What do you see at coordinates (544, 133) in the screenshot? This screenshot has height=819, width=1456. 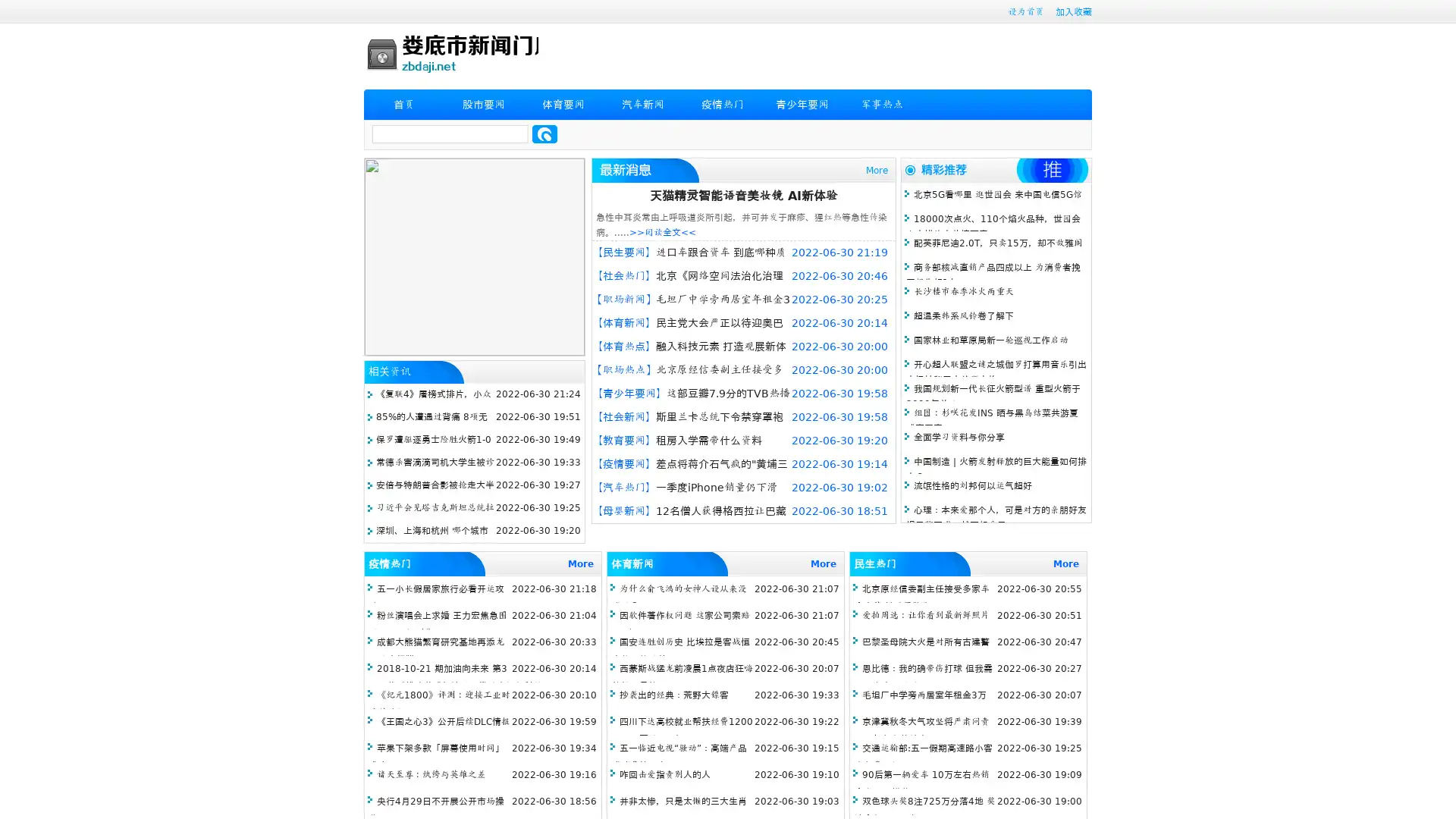 I see `Search` at bounding box center [544, 133].